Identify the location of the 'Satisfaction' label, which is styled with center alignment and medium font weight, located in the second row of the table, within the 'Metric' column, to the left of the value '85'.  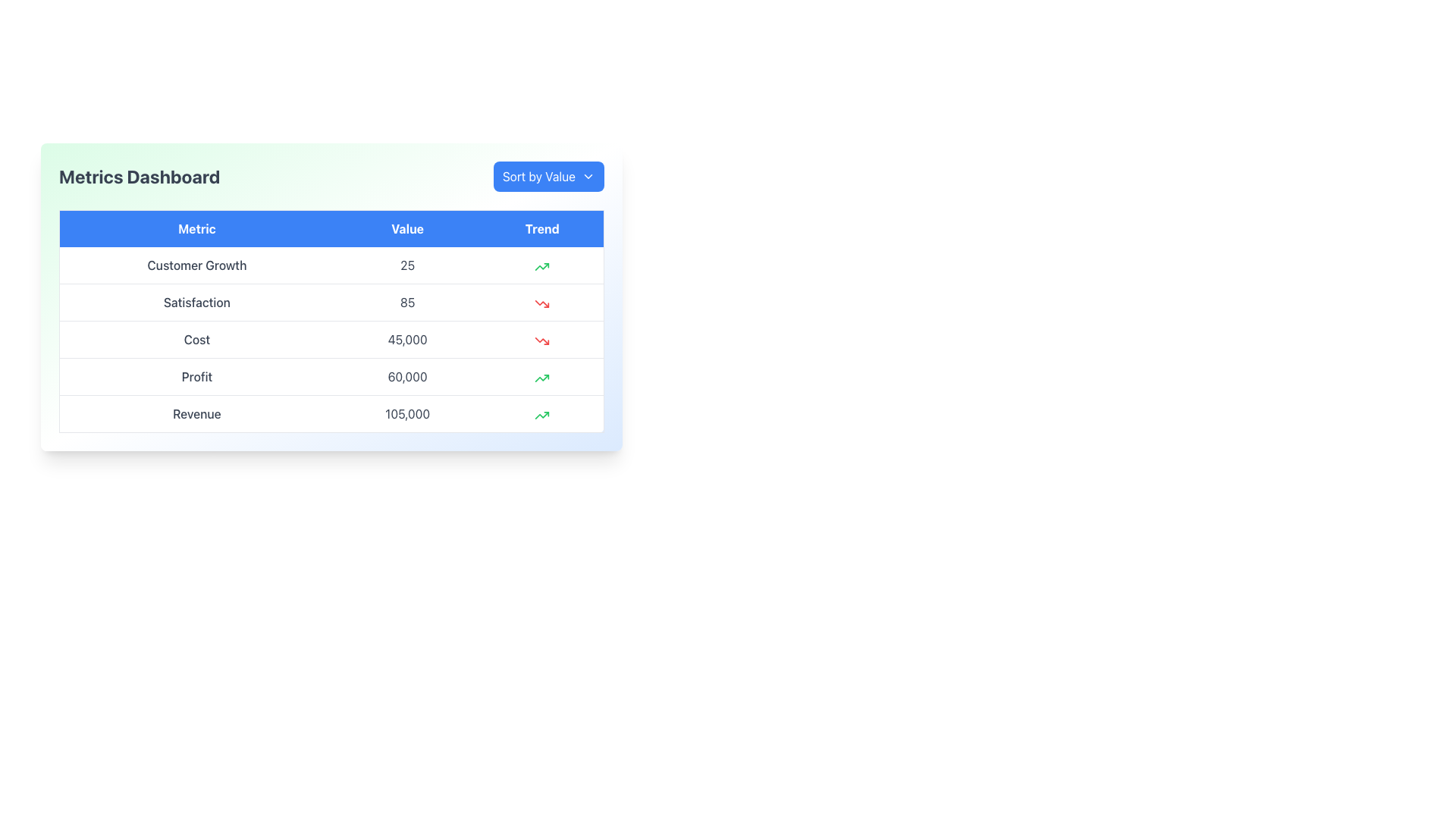
(196, 302).